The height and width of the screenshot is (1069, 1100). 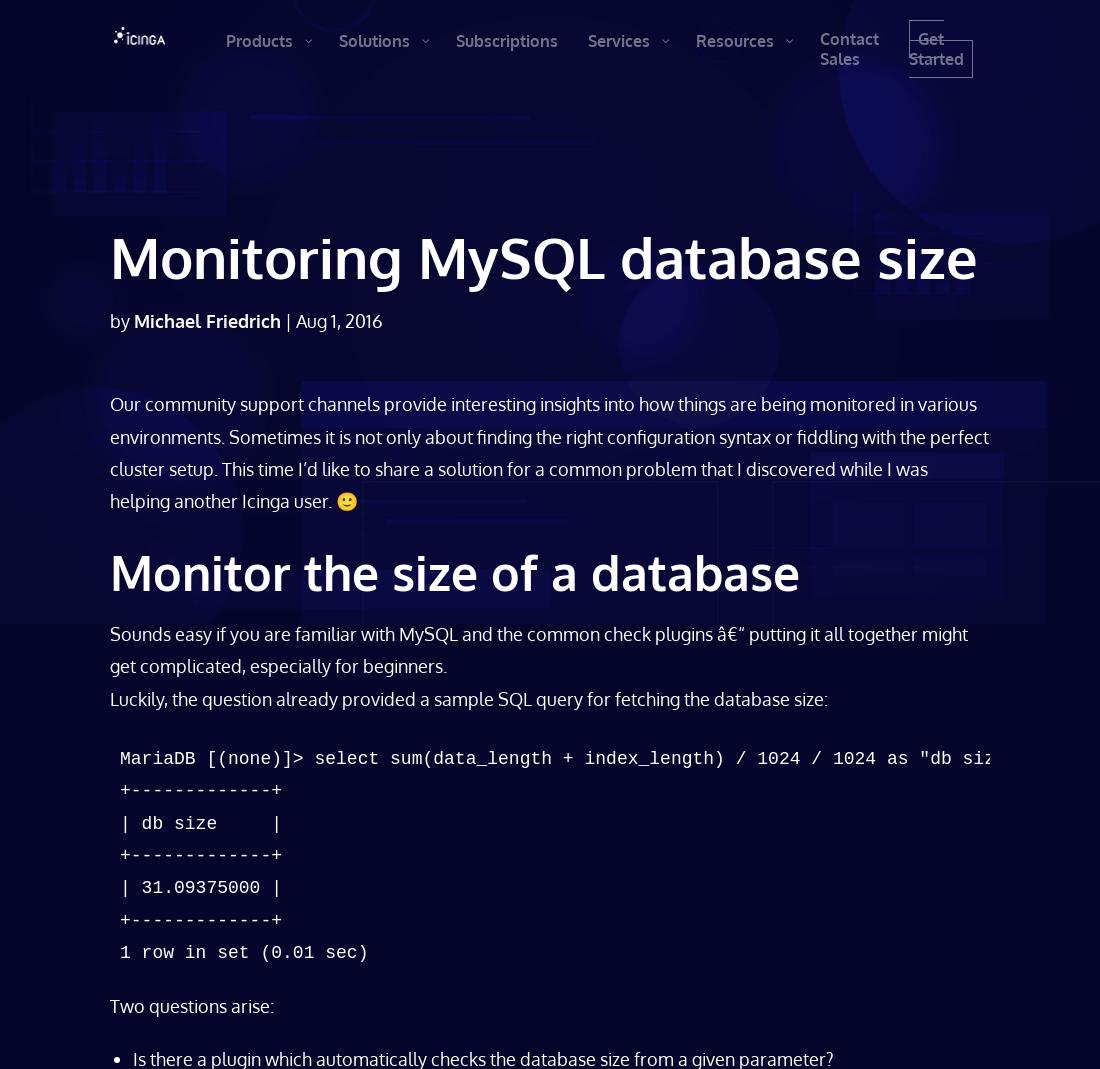 I want to click on 'Monitor the size of a database', so click(x=453, y=570).